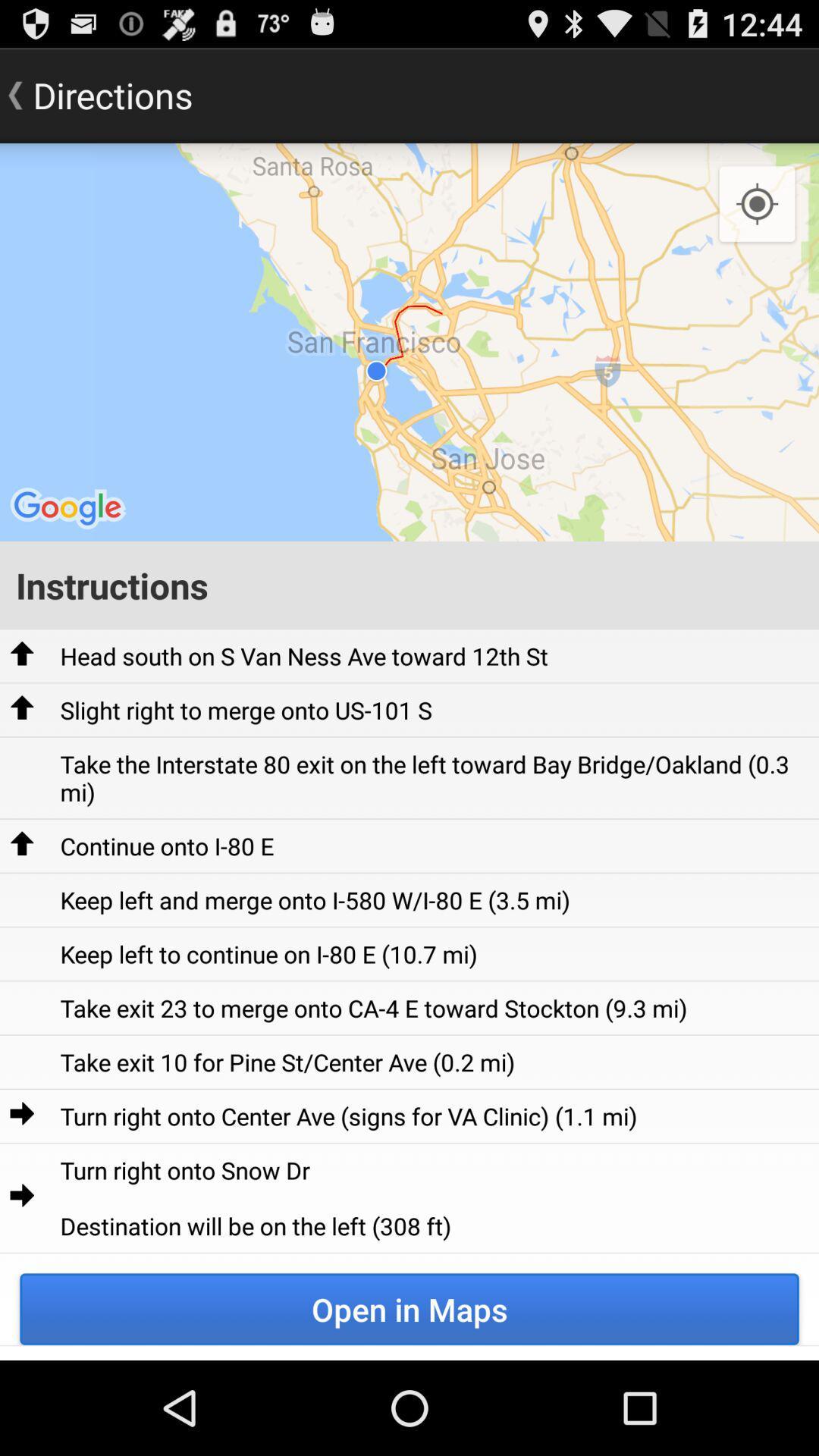 The width and height of the screenshot is (819, 1456). What do you see at coordinates (435, 778) in the screenshot?
I see `take the interstate item` at bounding box center [435, 778].